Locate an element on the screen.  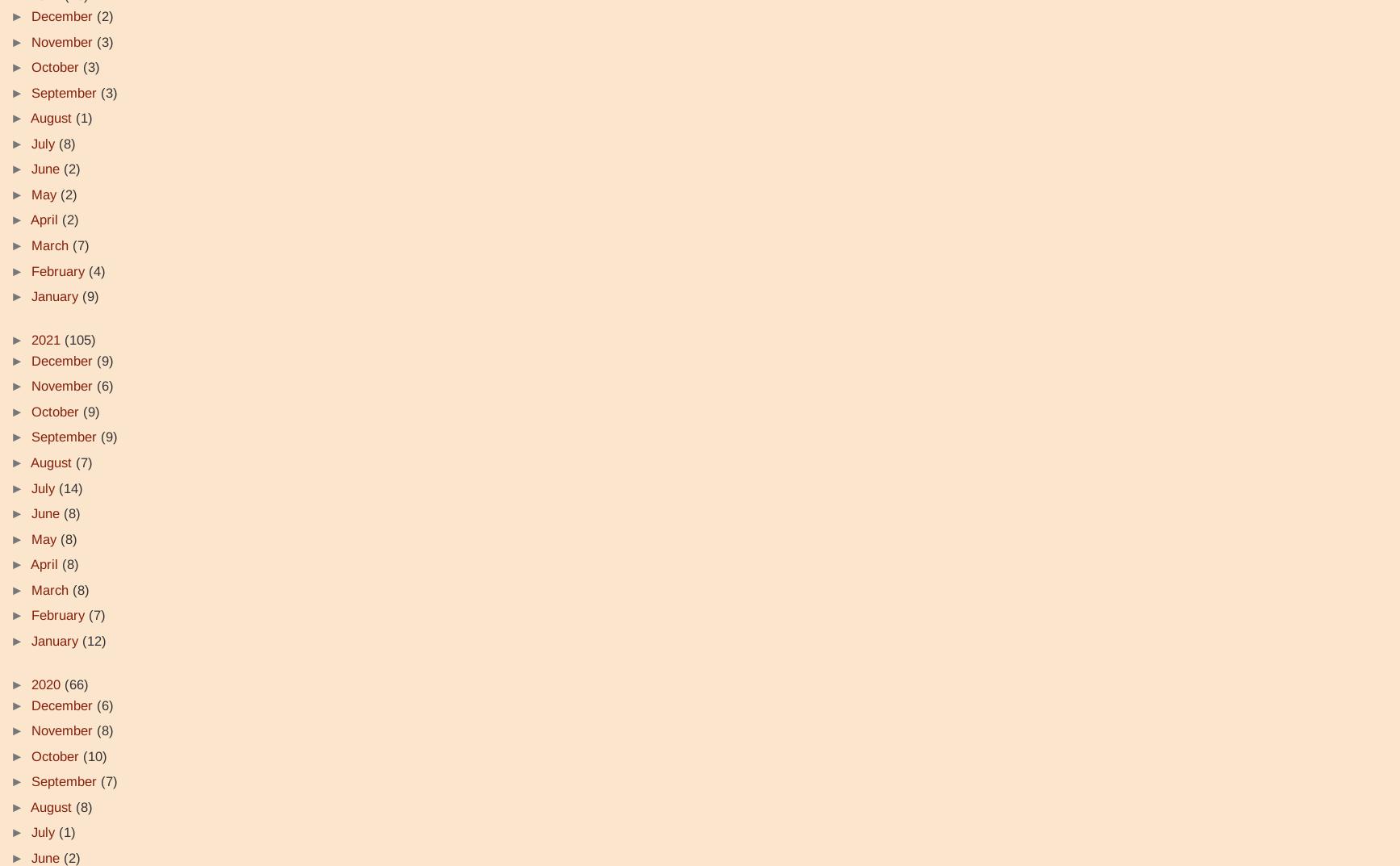
'2020' is located at coordinates (31, 683).